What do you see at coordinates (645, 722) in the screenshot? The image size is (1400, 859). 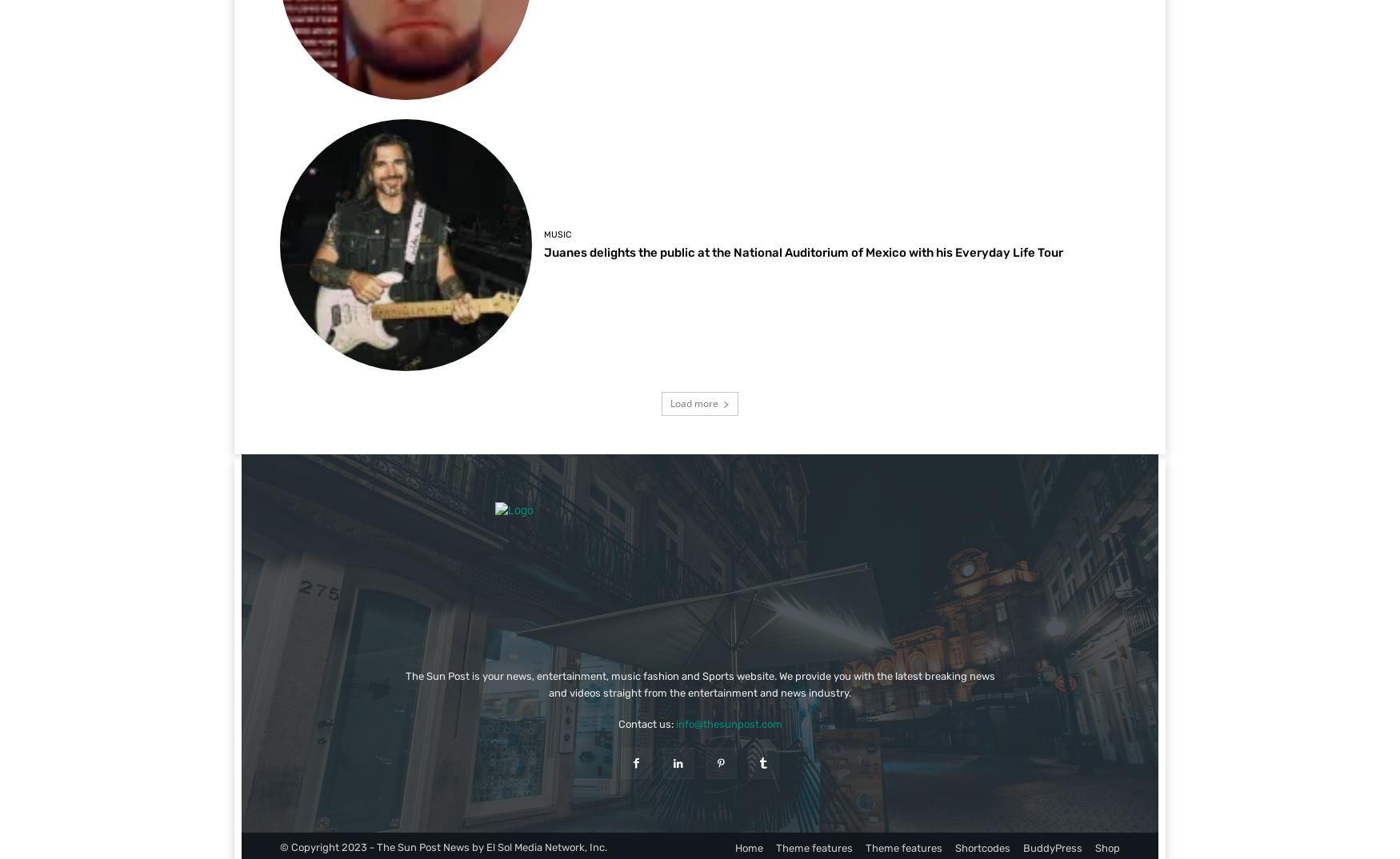 I see `'Contact us:'` at bounding box center [645, 722].